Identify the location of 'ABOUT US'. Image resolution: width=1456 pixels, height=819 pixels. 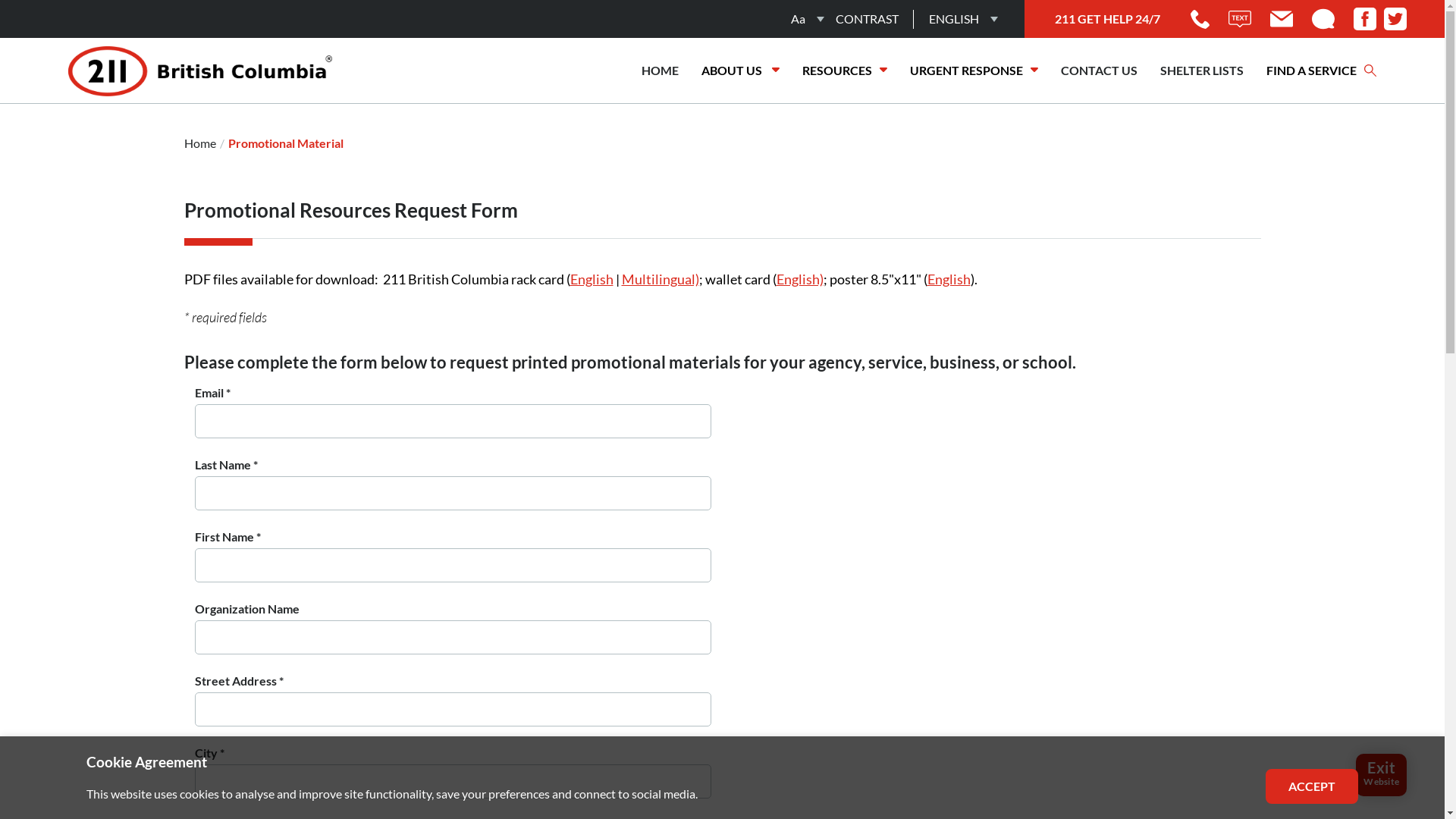
(689, 70).